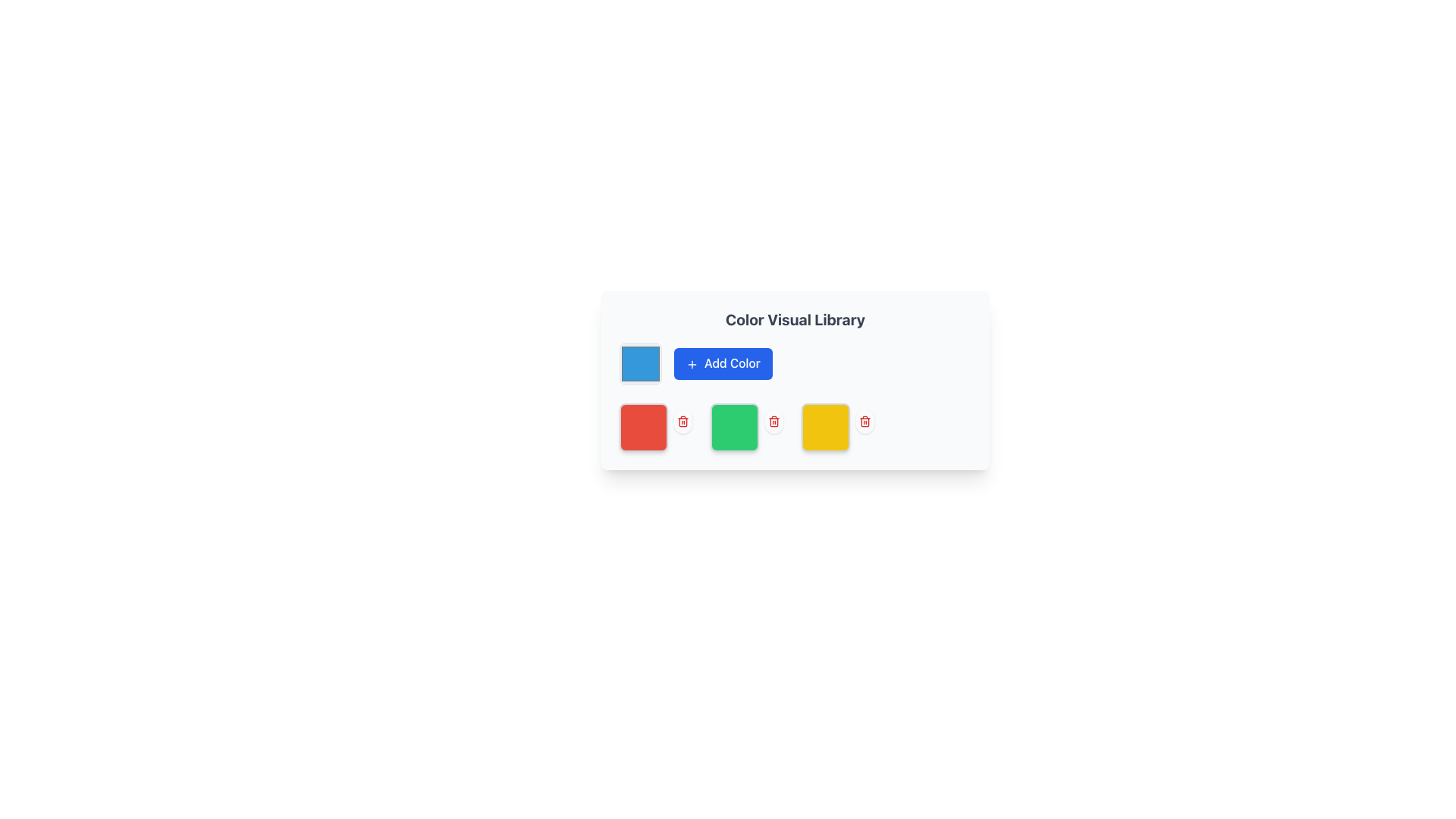 The width and height of the screenshot is (1456, 819). I want to click on the green color swatch in the Color Visual Library, which is the third box from the left in the second row, so click(735, 427).